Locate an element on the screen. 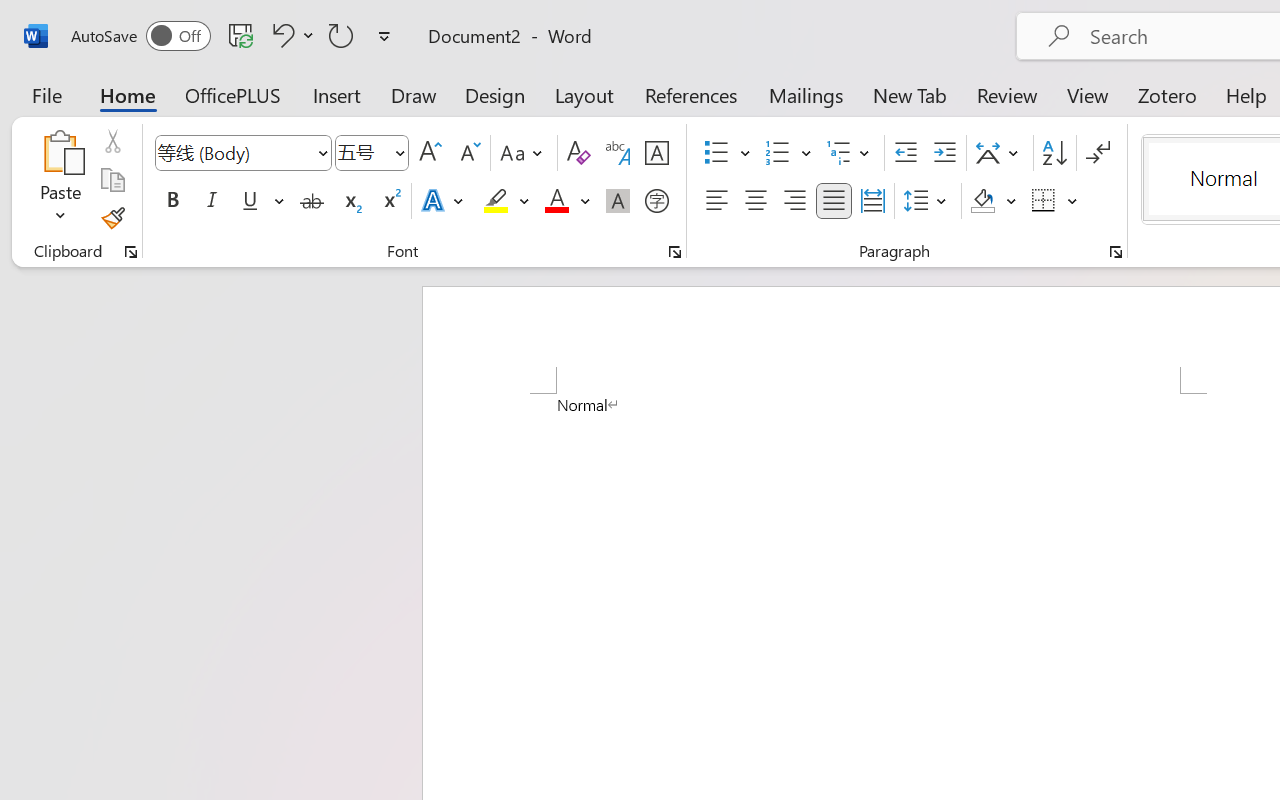 The width and height of the screenshot is (1280, 800). 'Mailings' is located at coordinates (806, 94).